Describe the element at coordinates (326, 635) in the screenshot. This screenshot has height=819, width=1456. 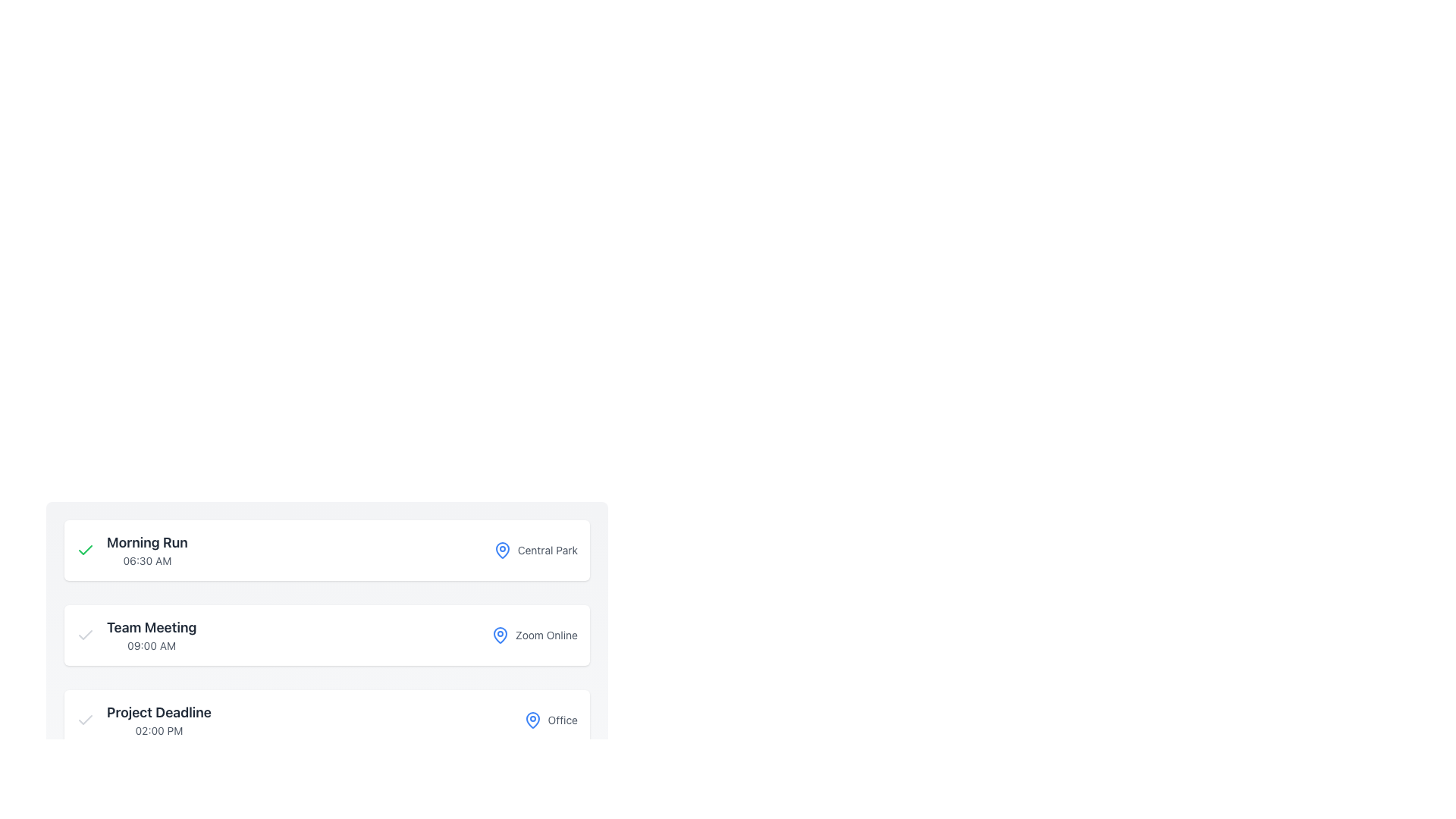
I see `the 'Team Meeting' event card located in the middle of the list, which includes details about the event title and location` at that location.